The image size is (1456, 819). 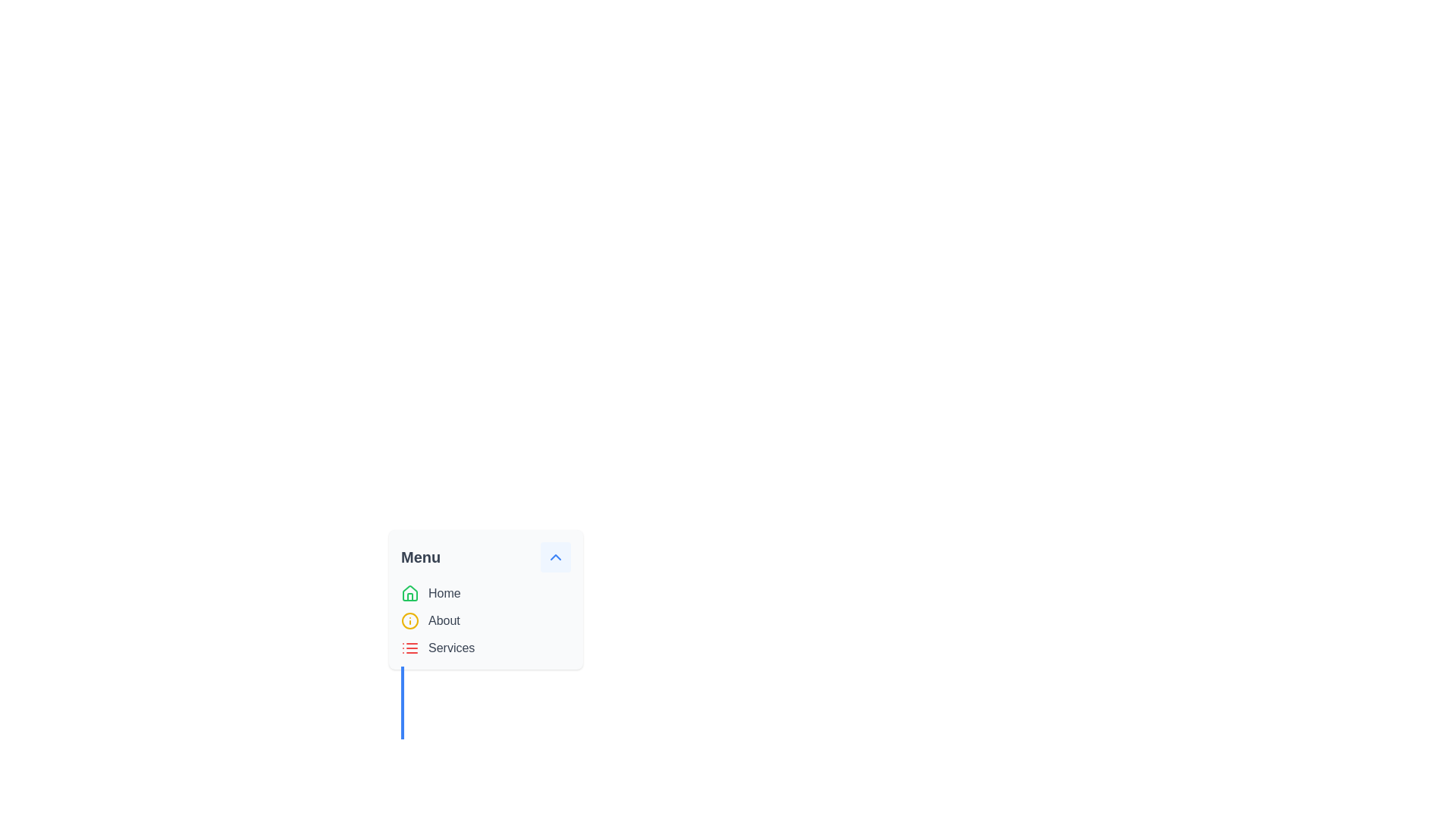 I want to click on the menu panel with navigation links to allow keyboard navigation through options like 'Home', 'About', and 'Services', so click(x=486, y=598).